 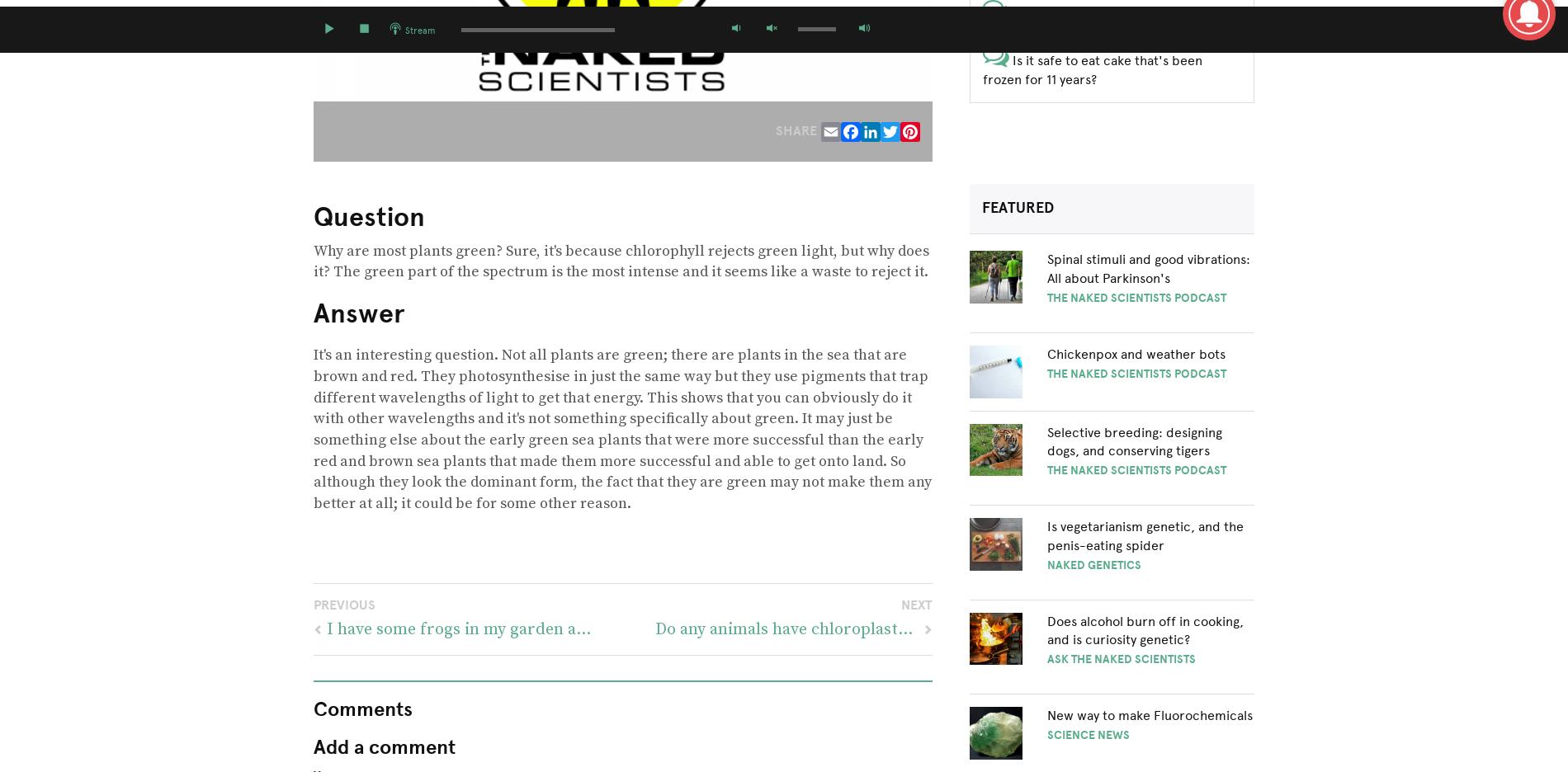 I want to click on 'Chickenpox and weather bots', so click(x=1134, y=352).